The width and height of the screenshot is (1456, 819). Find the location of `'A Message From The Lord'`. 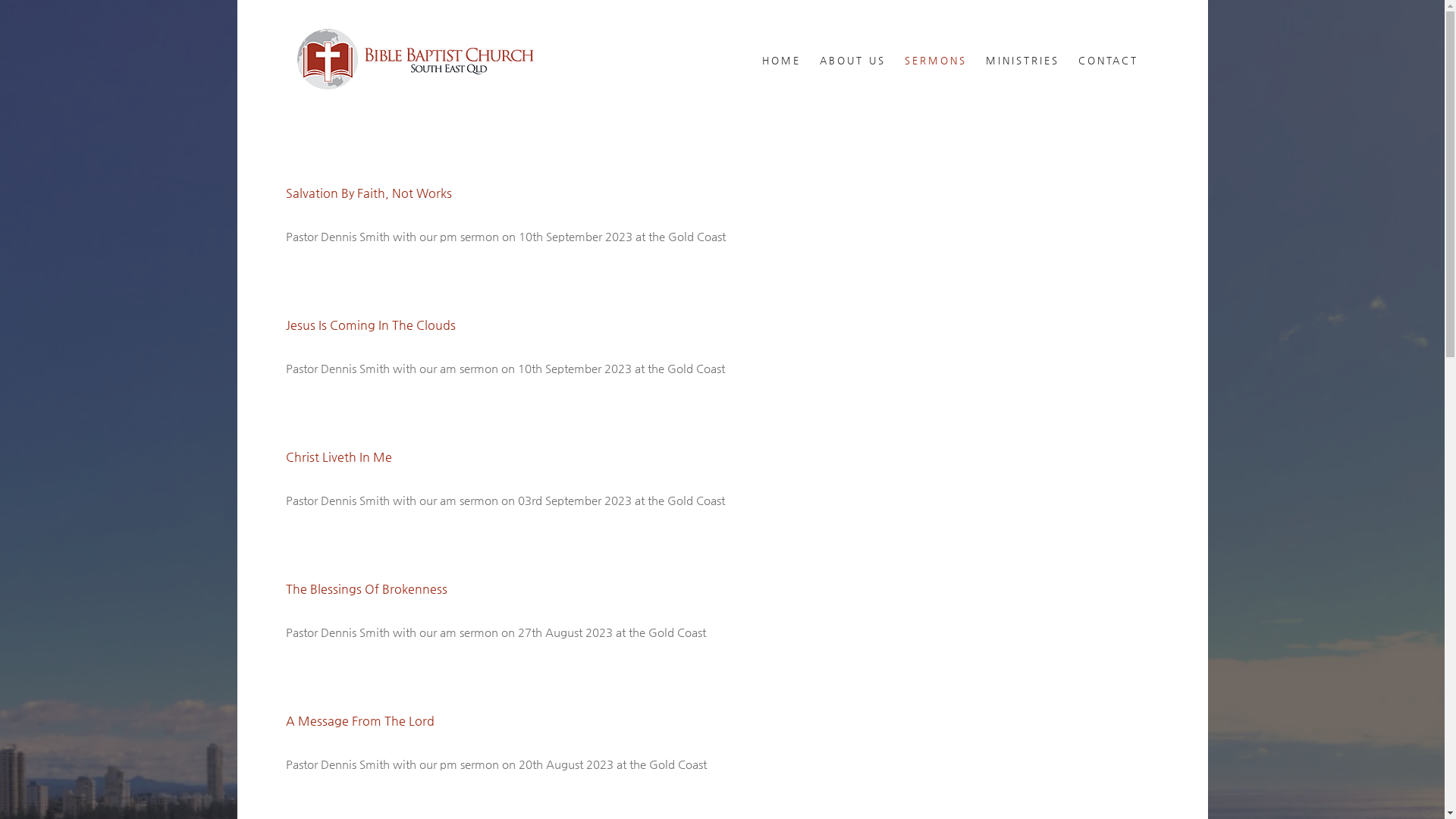

'A Message From The Lord' is located at coordinates (359, 720).